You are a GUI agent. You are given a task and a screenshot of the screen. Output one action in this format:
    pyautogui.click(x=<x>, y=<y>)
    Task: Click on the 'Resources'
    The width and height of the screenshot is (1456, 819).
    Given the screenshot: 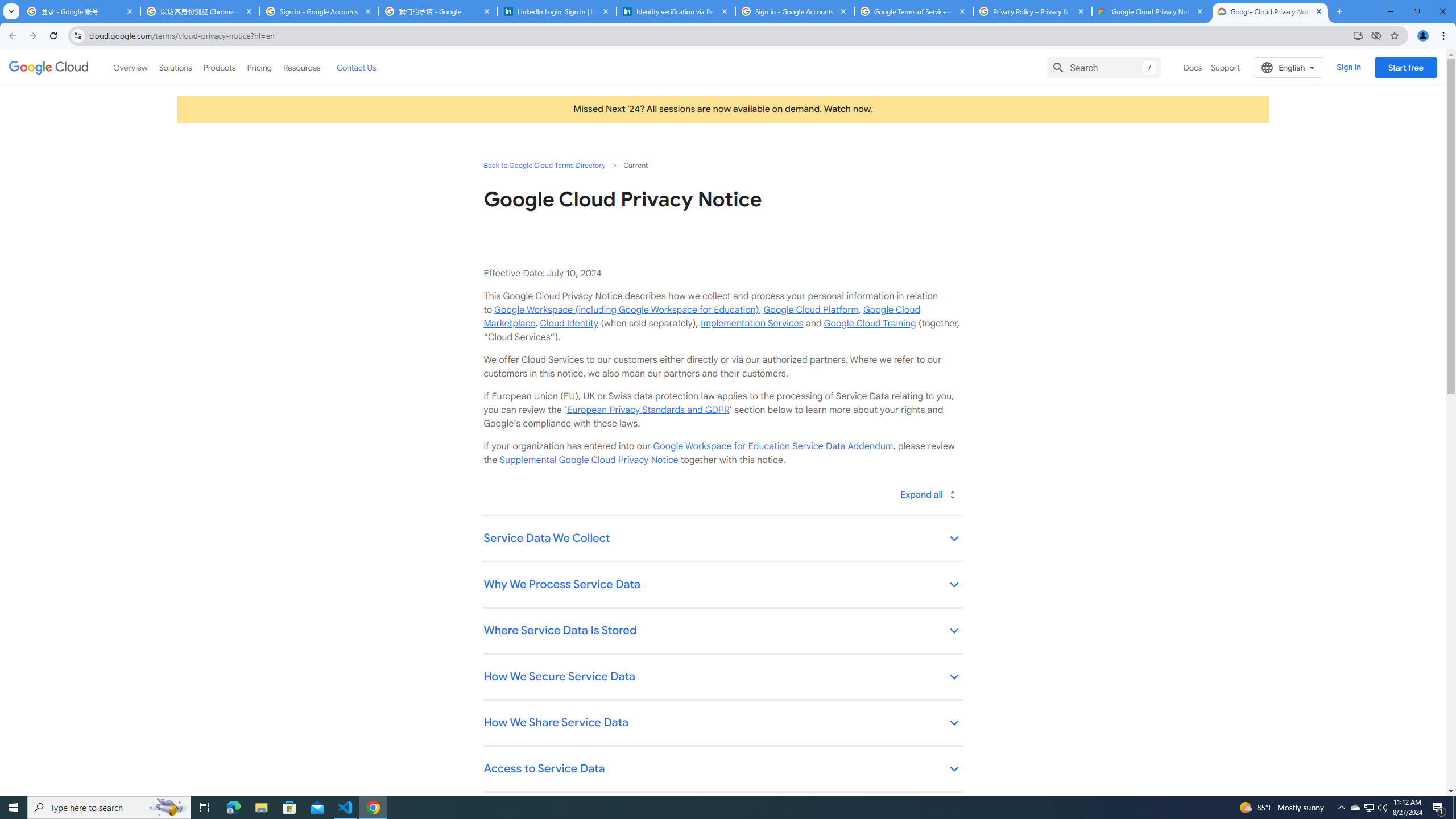 What is the action you would take?
    pyautogui.click(x=301, y=67)
    